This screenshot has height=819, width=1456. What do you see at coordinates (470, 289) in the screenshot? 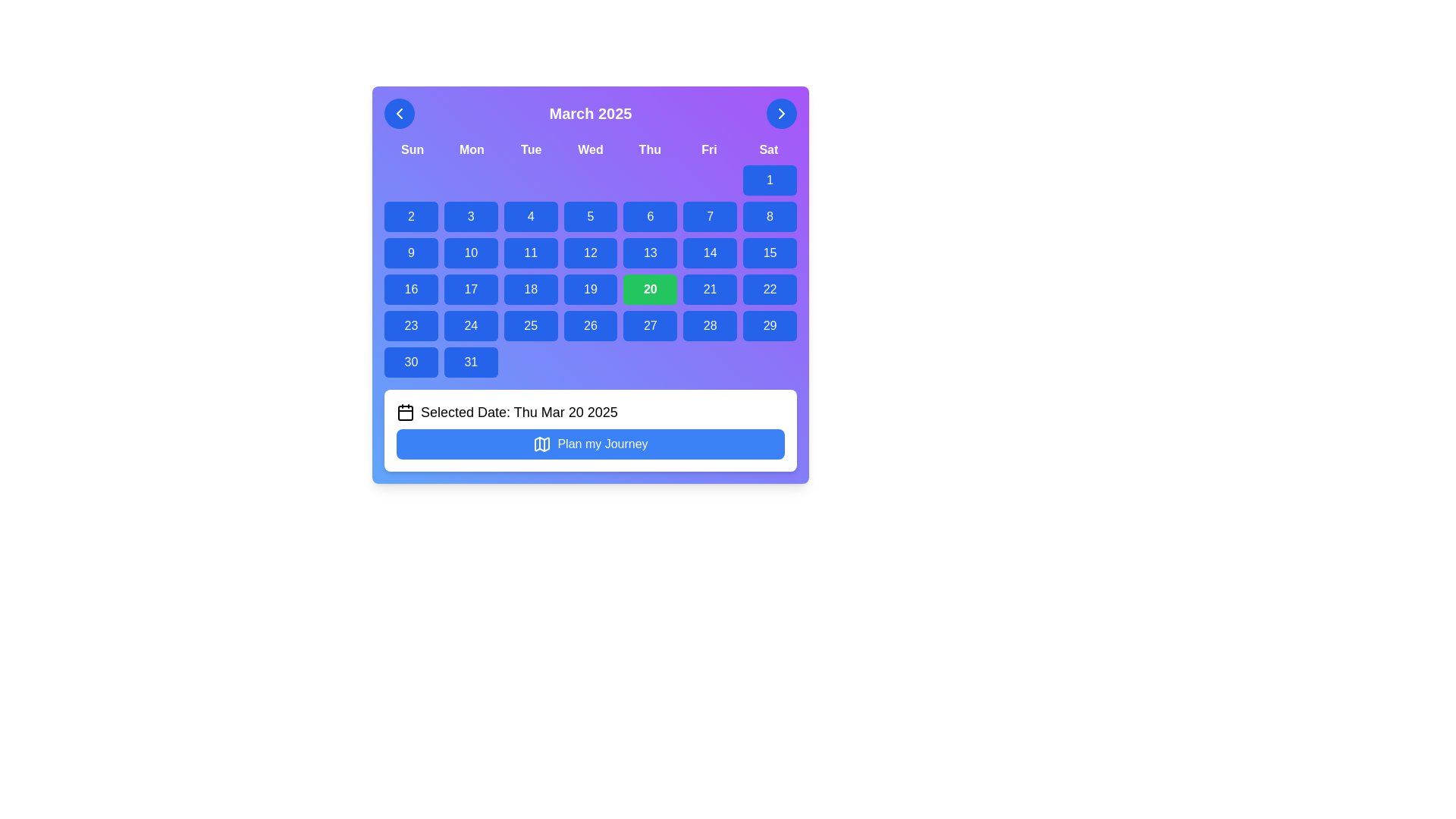
I see `the button representing the 17th of the month in the calendar grid, located in the fourth row and second column` at bounding box center [470, 289].